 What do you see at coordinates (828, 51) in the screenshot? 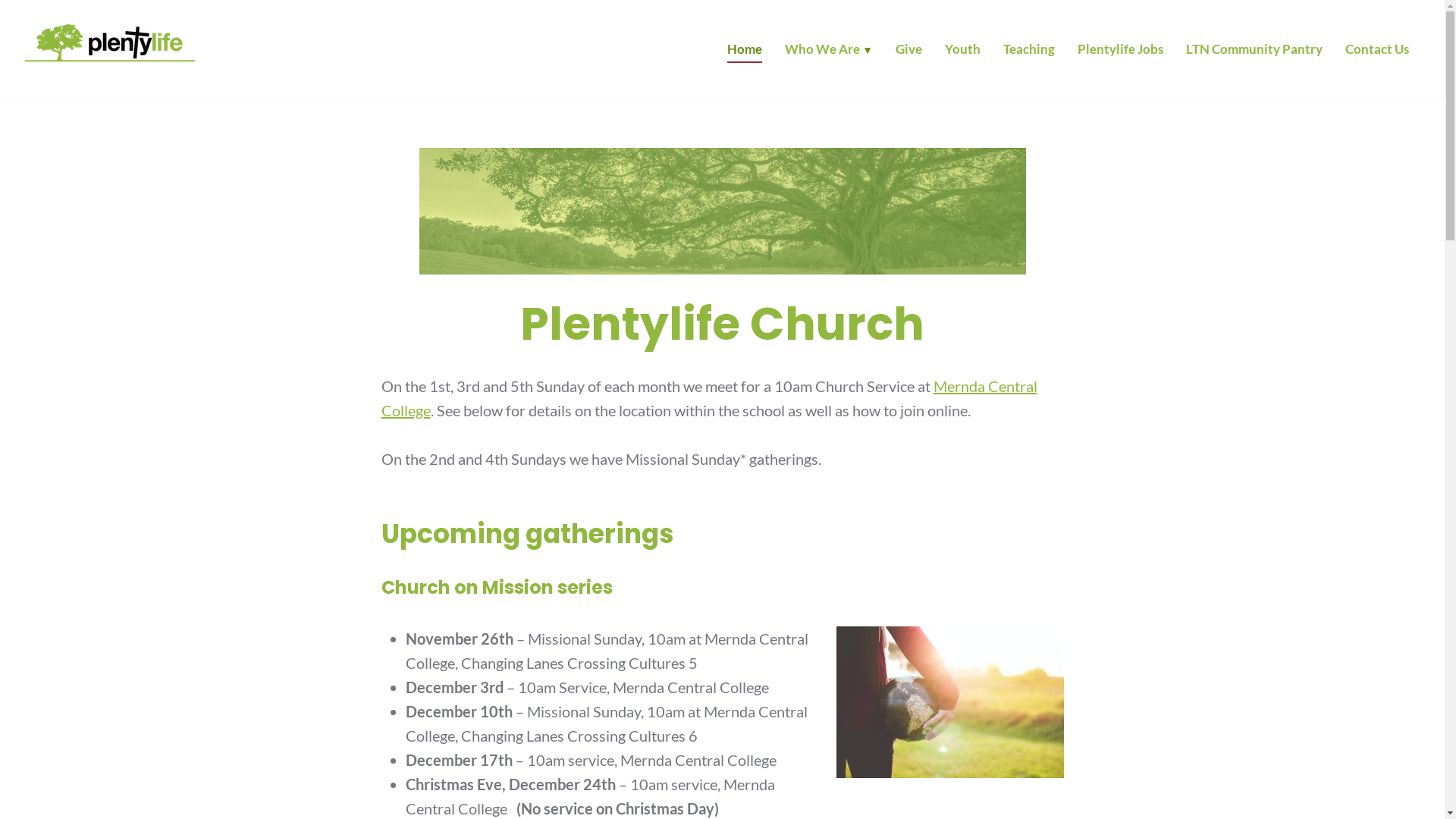
I see `'Who We Are'` at bounding box center [828, 51].